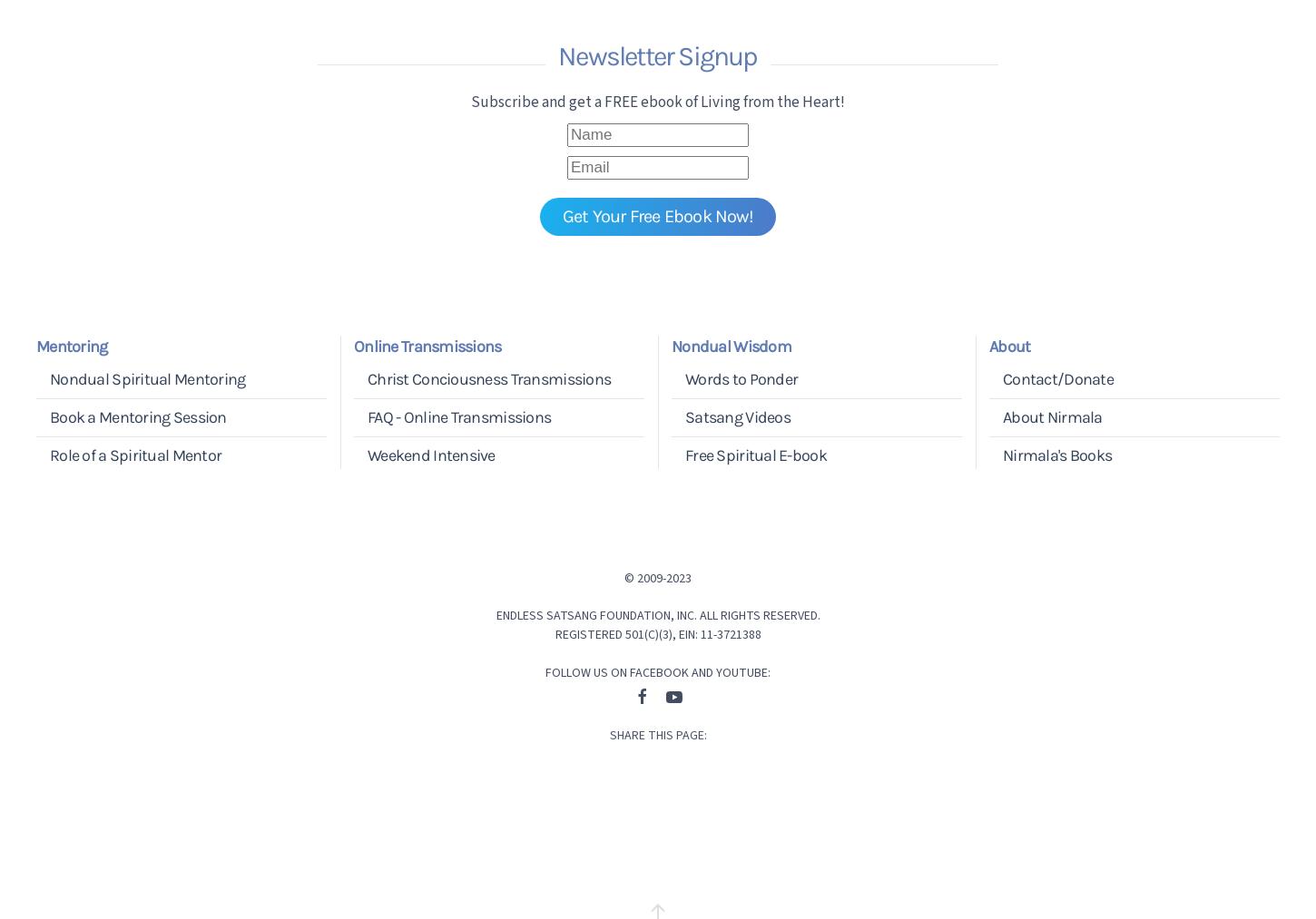 This screenshot has height=919, width=1316. I want to click on 'About', so click(1008, 345).